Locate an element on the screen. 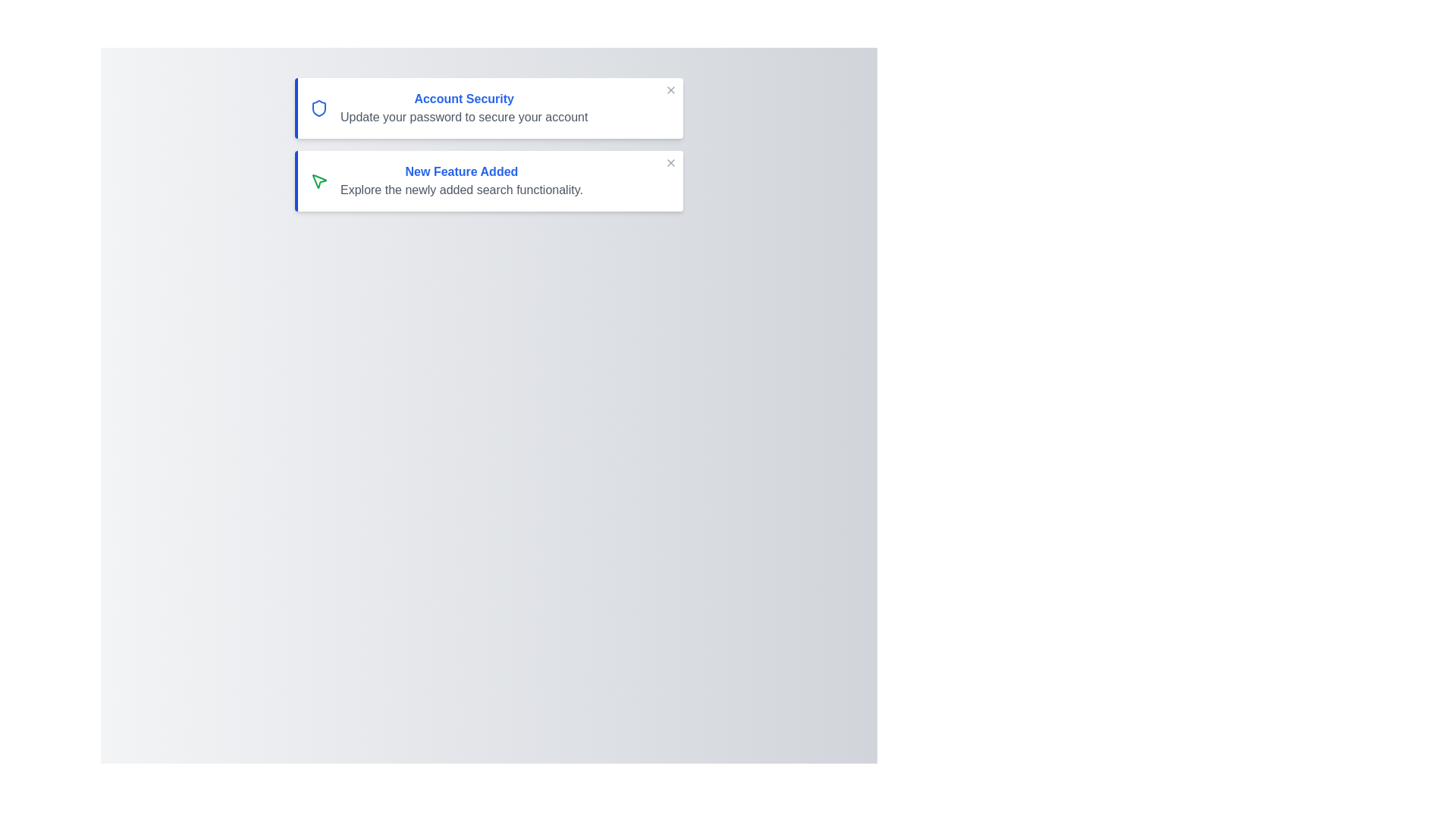 The width and height of the screenshot is (1456, 819). close button next to the notification with title New Feature Added is located at coordinates (670, 163).